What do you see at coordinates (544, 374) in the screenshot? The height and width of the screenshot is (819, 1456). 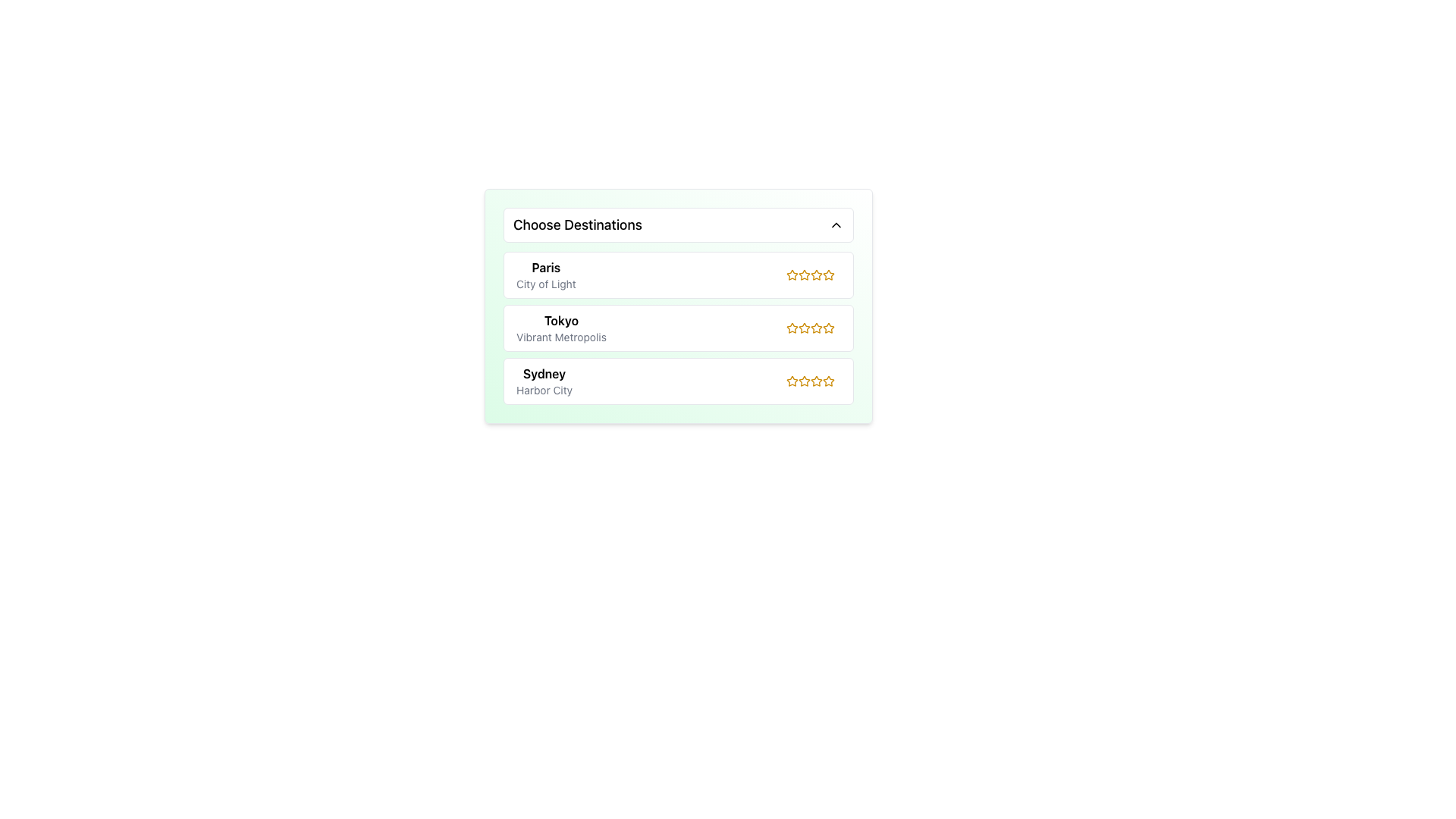 I see `the text label 'Sydney' in the third item of the 'Choose Destinations' list, which identifies the destination and is aligned to the left above 'Harbor City'` at bounding box center [544, 374].